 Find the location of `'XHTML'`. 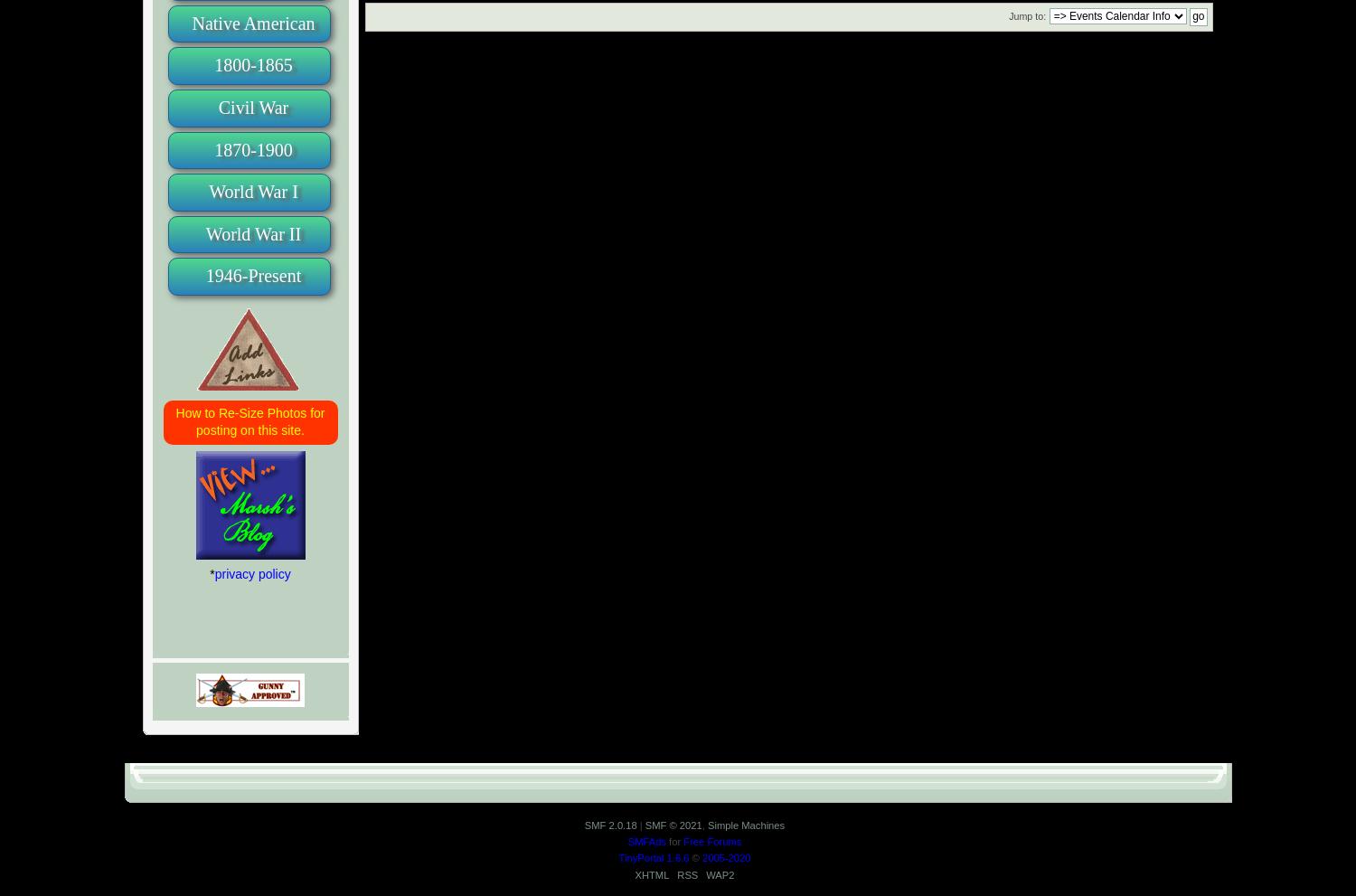

'XHTML' is located at coordinates (651, 875).